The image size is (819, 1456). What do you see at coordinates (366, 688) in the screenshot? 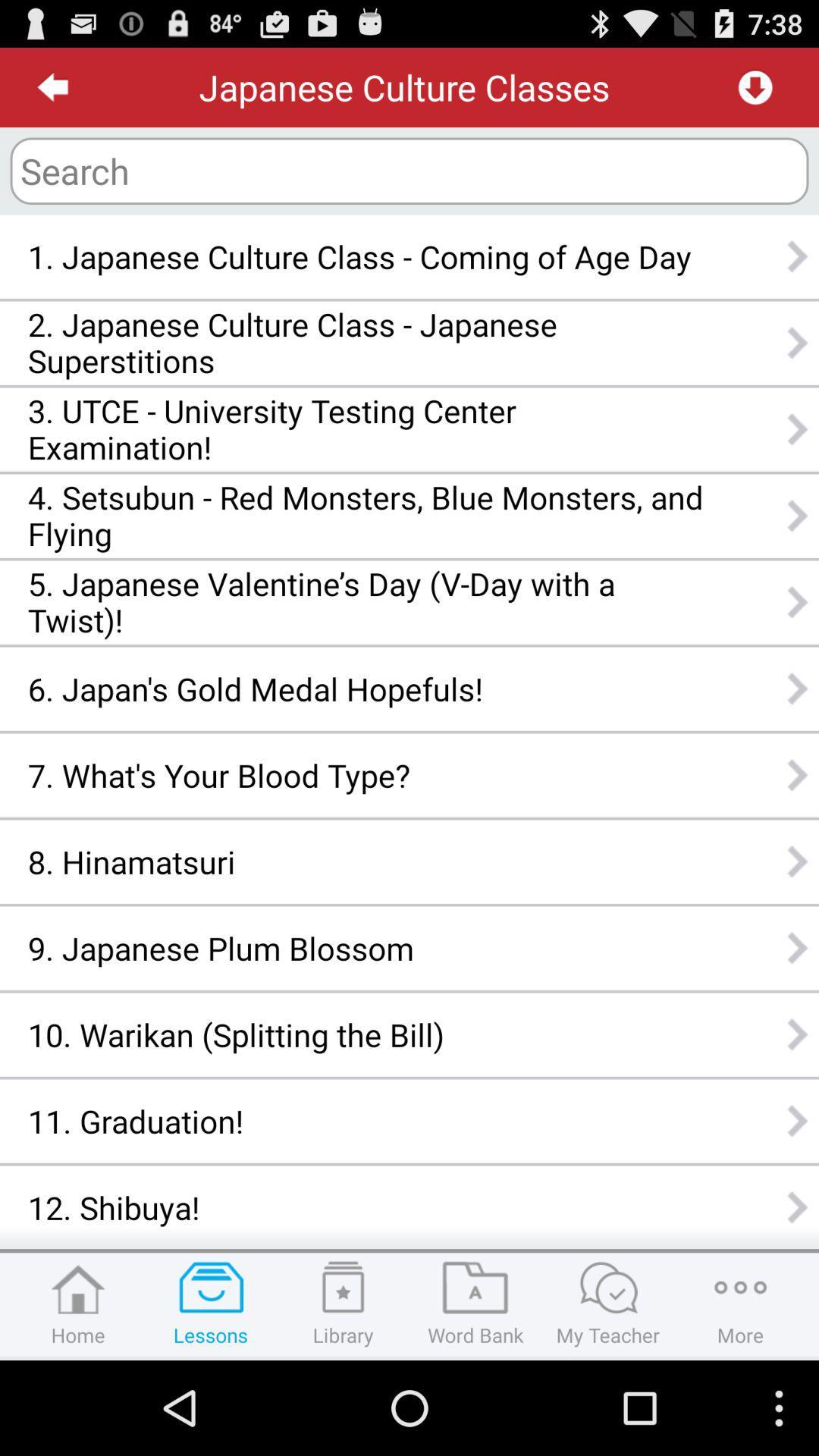
I see `6 japan s item` at bounding box center [366, 688].